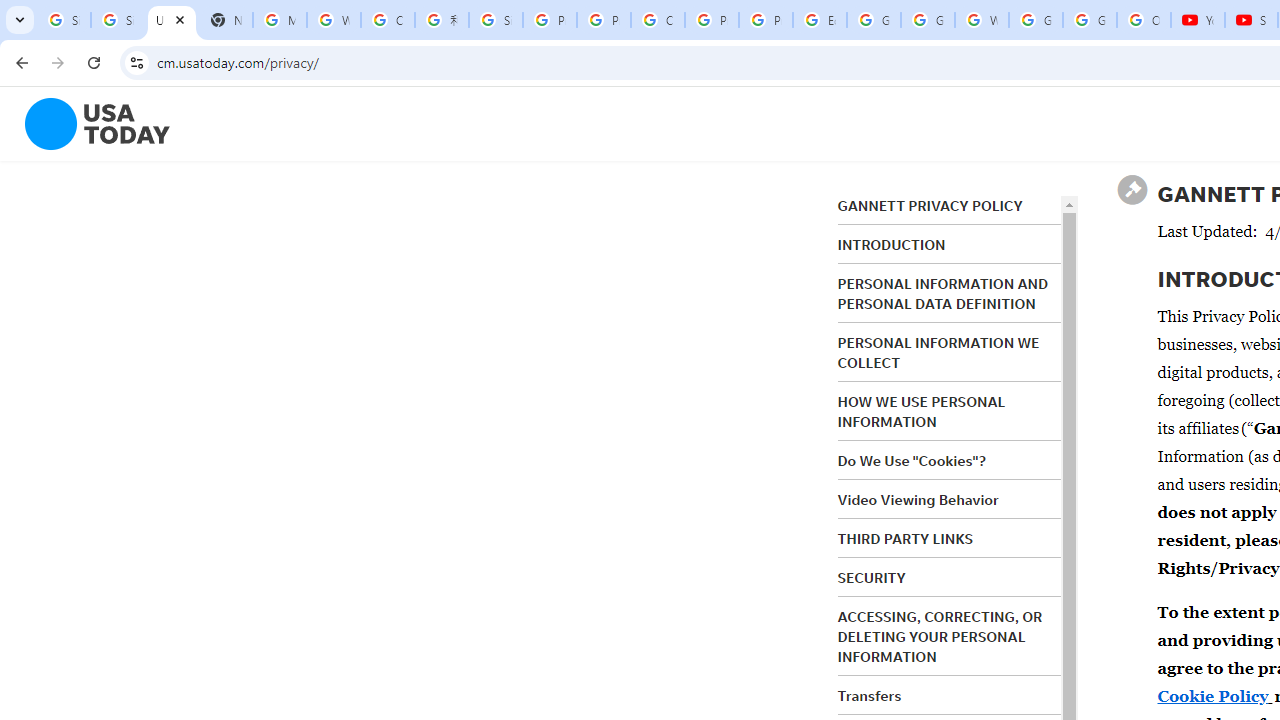  I want to click on 'THIRD PARTY LINKS', so click(904, 537).